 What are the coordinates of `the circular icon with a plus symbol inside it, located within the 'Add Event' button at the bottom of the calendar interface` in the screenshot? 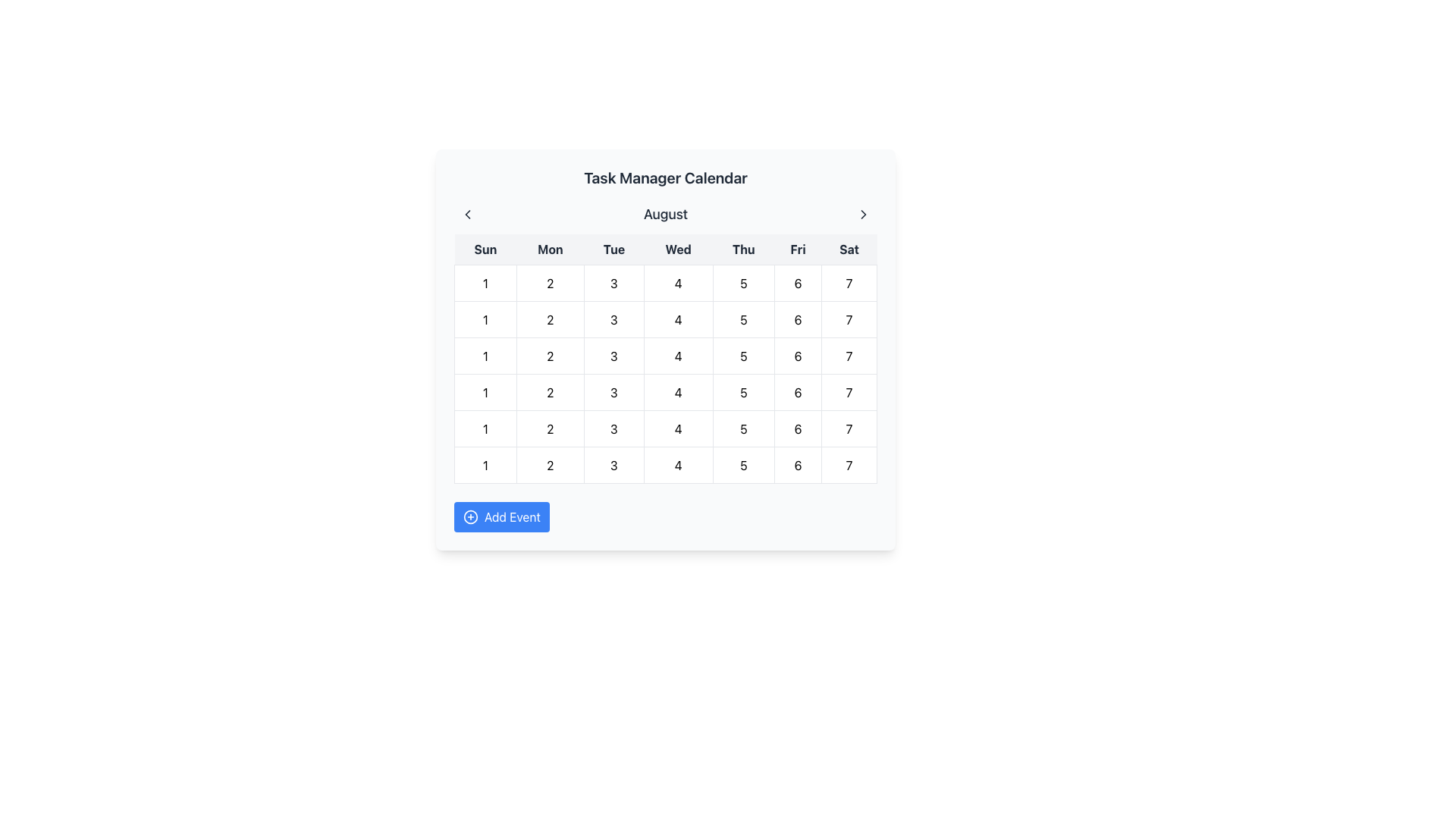 It's located at (469, 516).